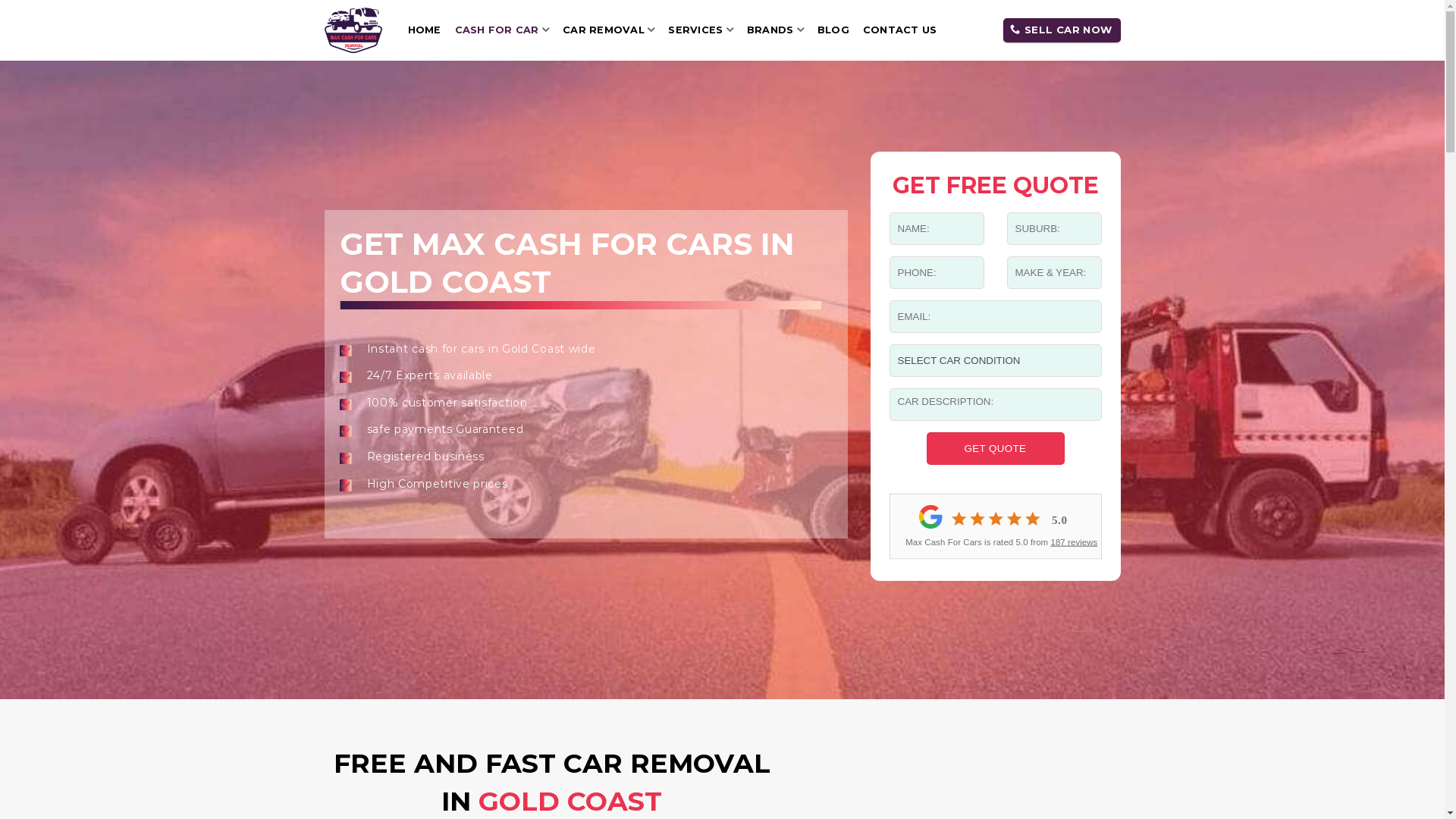 This screenshot has height=819, width=1456. I want to click on 'BRANDS', so click(775, 30).